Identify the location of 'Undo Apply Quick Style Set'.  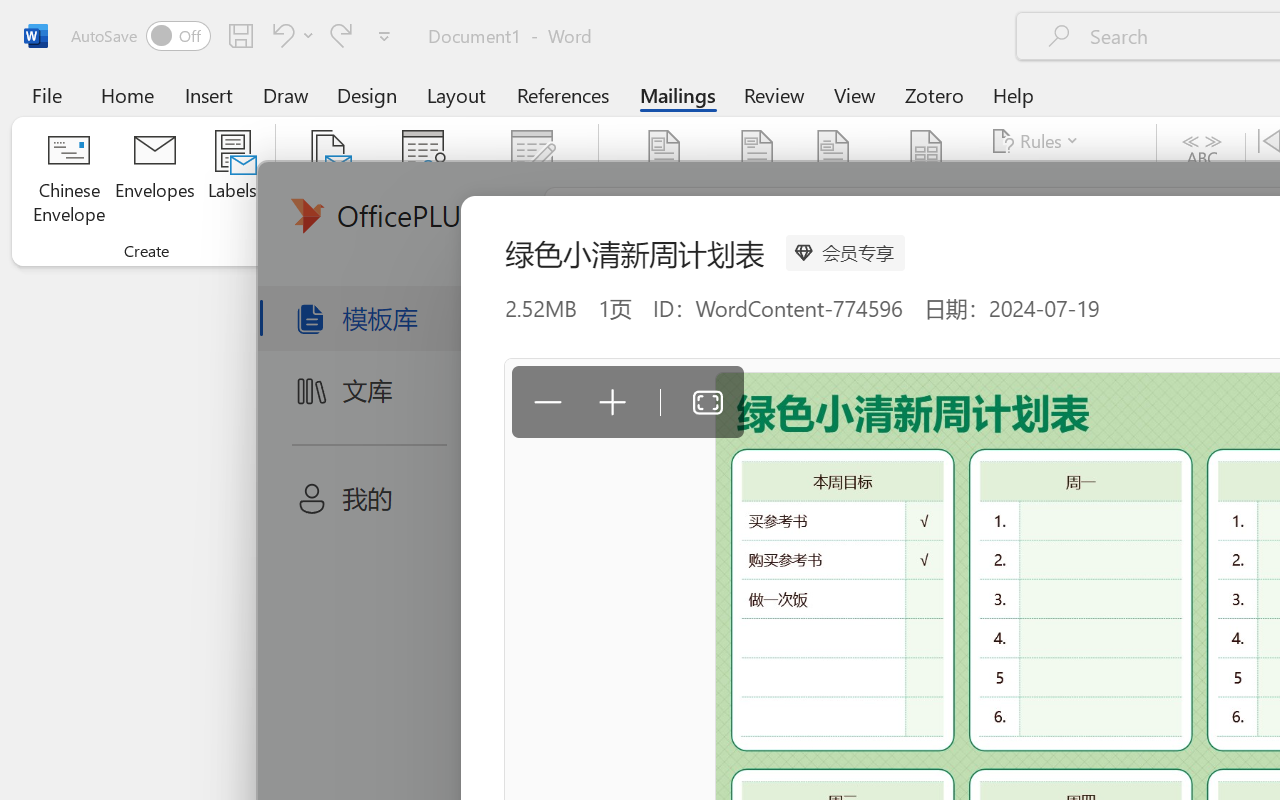
(279, 34).